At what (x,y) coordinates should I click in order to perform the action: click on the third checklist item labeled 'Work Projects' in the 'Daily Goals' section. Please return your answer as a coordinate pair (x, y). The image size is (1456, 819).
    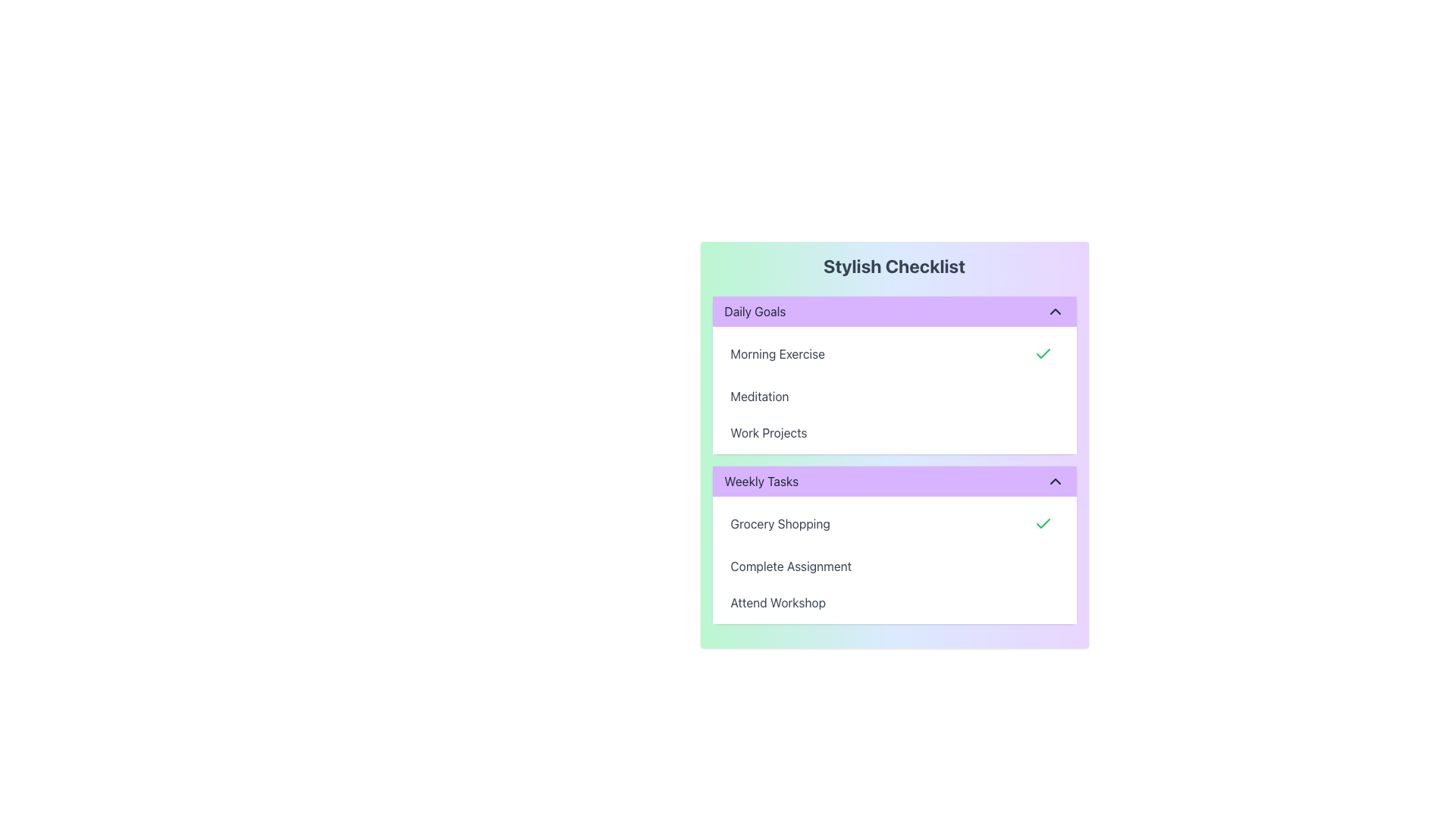
    Looking at the image, I should click on (894, 432).